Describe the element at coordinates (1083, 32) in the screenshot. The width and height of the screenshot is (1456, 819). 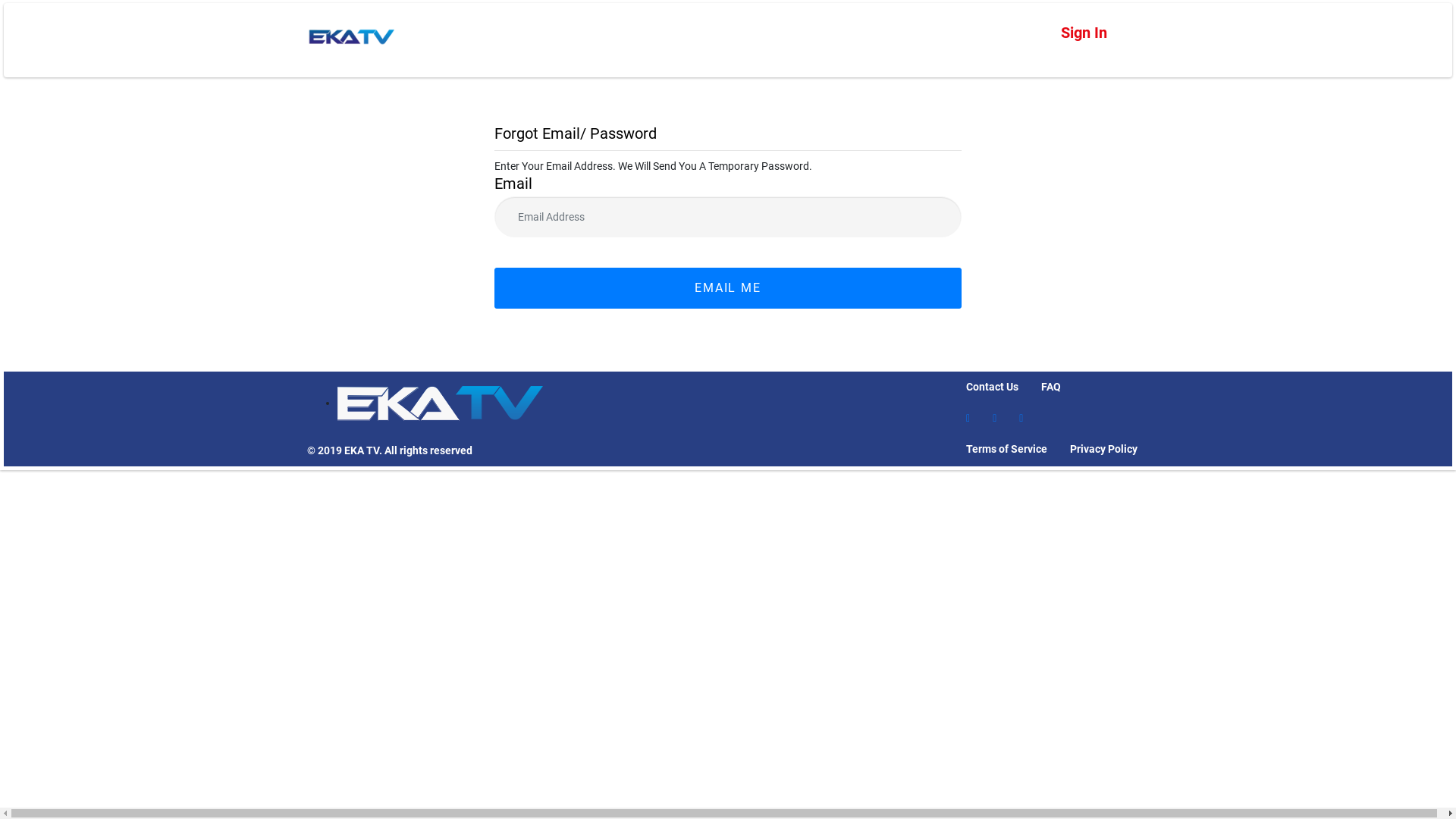
I see `'Sign In'` at that location.